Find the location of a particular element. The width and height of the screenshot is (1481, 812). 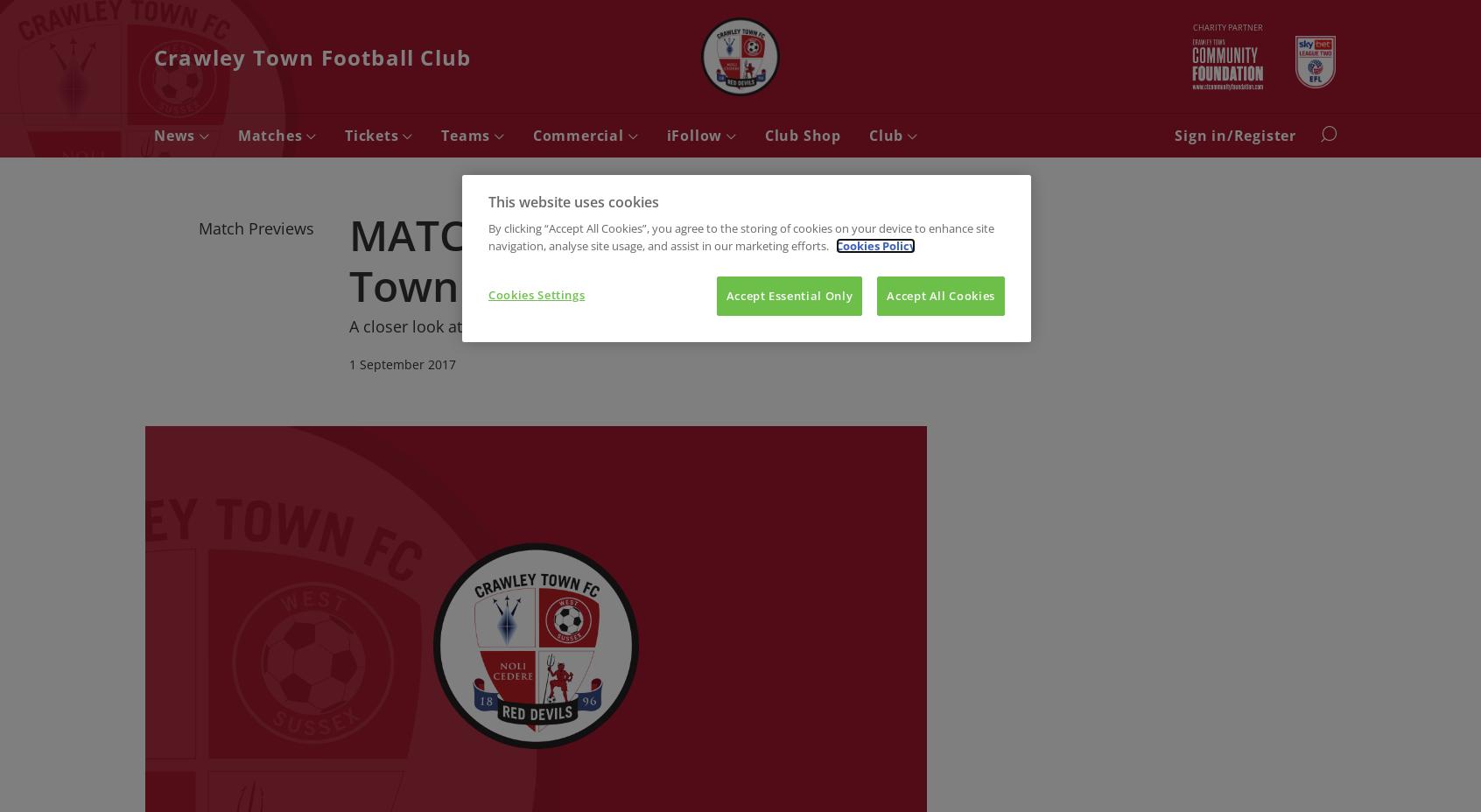

'1 September 2017' is located at coordinates (402, 363).